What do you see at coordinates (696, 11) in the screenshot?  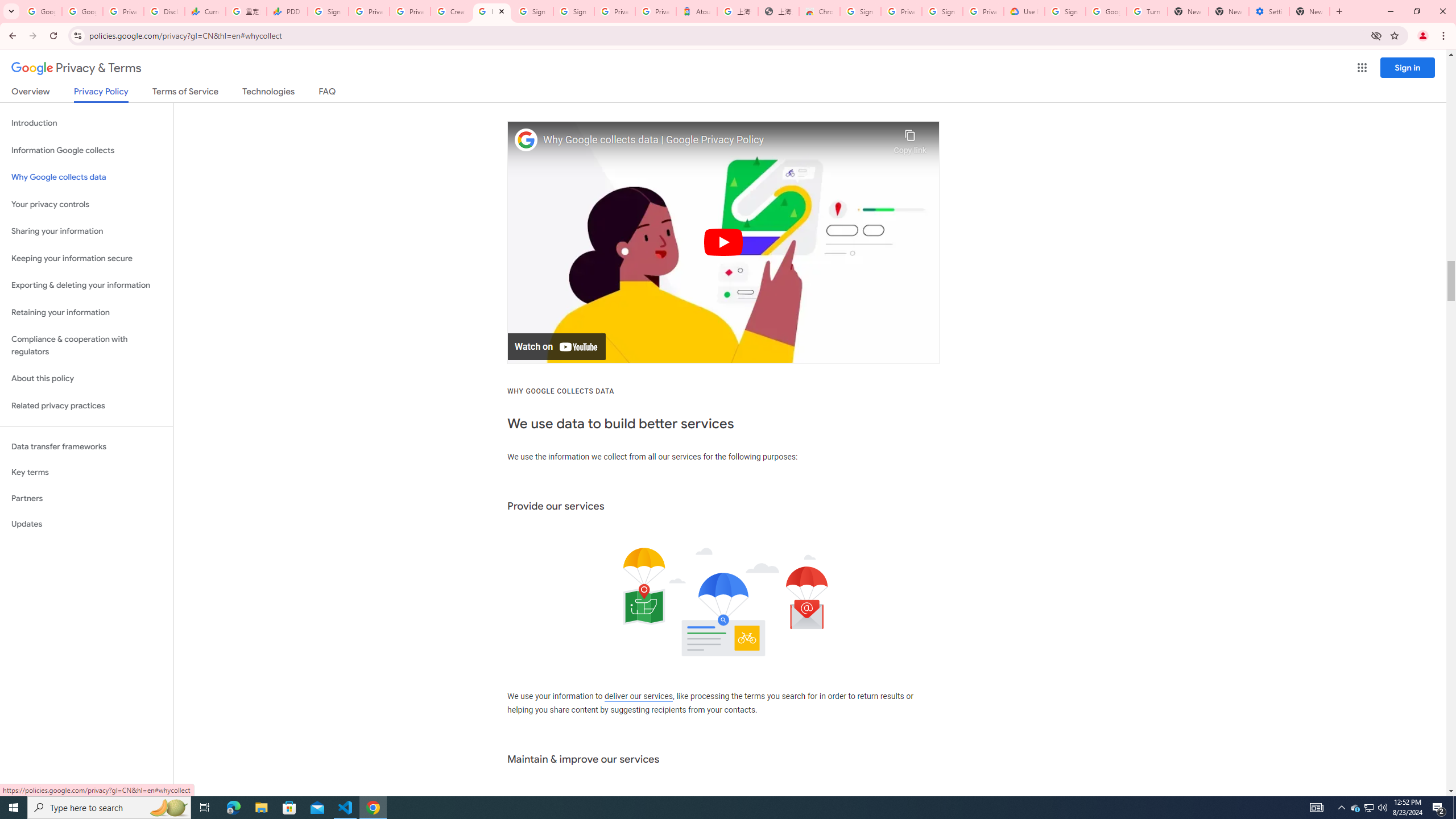 I see `'Atour Hotel - Google hotels'` at bounding box center [696, 11].